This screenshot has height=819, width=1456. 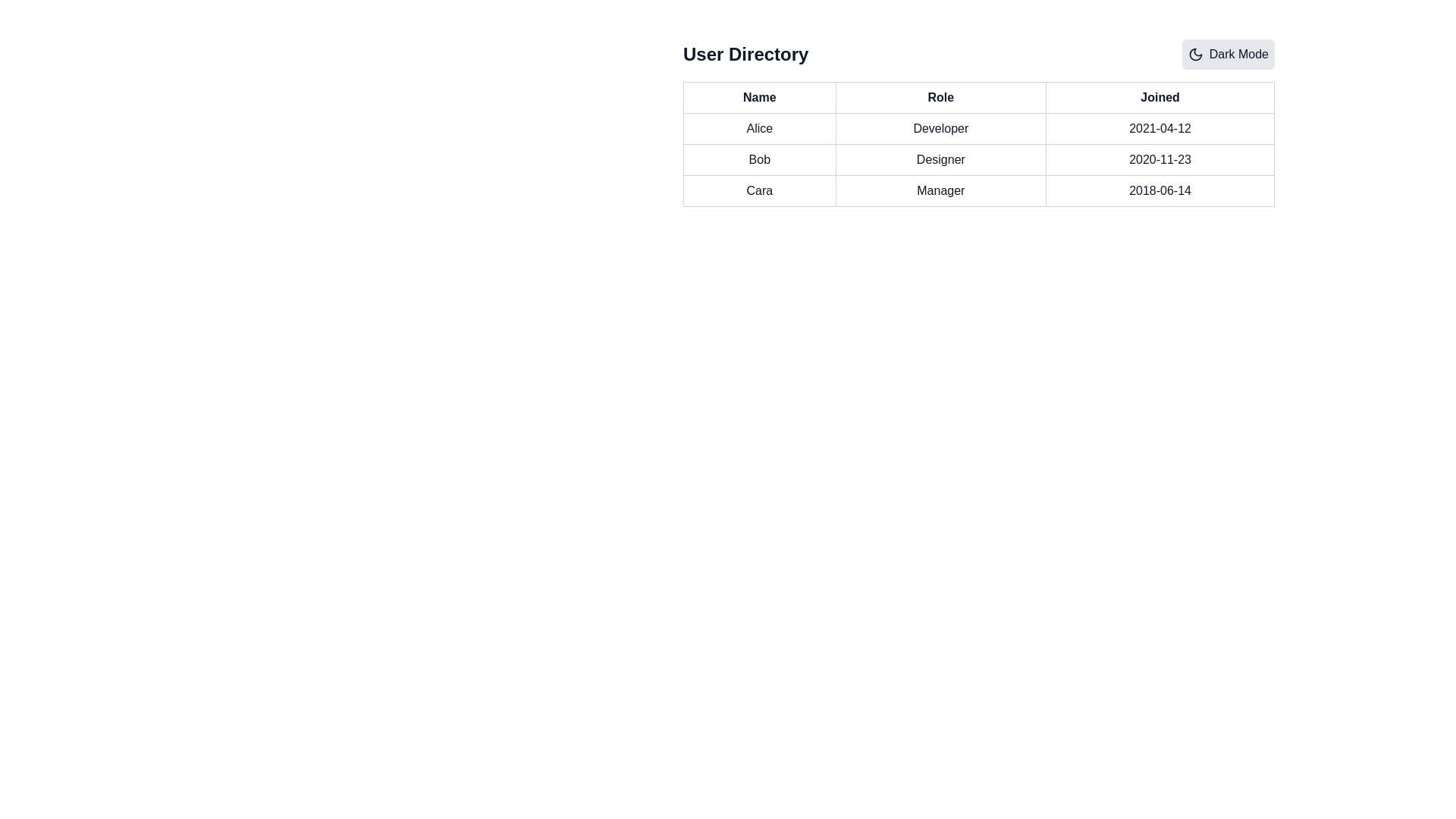 What do you see at coordinates (940, 97) in the screenshot?
I see `the Table Header Cell that identifies the column for roles, located between 'Name' and 'Joined' in the table header` at bounding box center [940, 97].